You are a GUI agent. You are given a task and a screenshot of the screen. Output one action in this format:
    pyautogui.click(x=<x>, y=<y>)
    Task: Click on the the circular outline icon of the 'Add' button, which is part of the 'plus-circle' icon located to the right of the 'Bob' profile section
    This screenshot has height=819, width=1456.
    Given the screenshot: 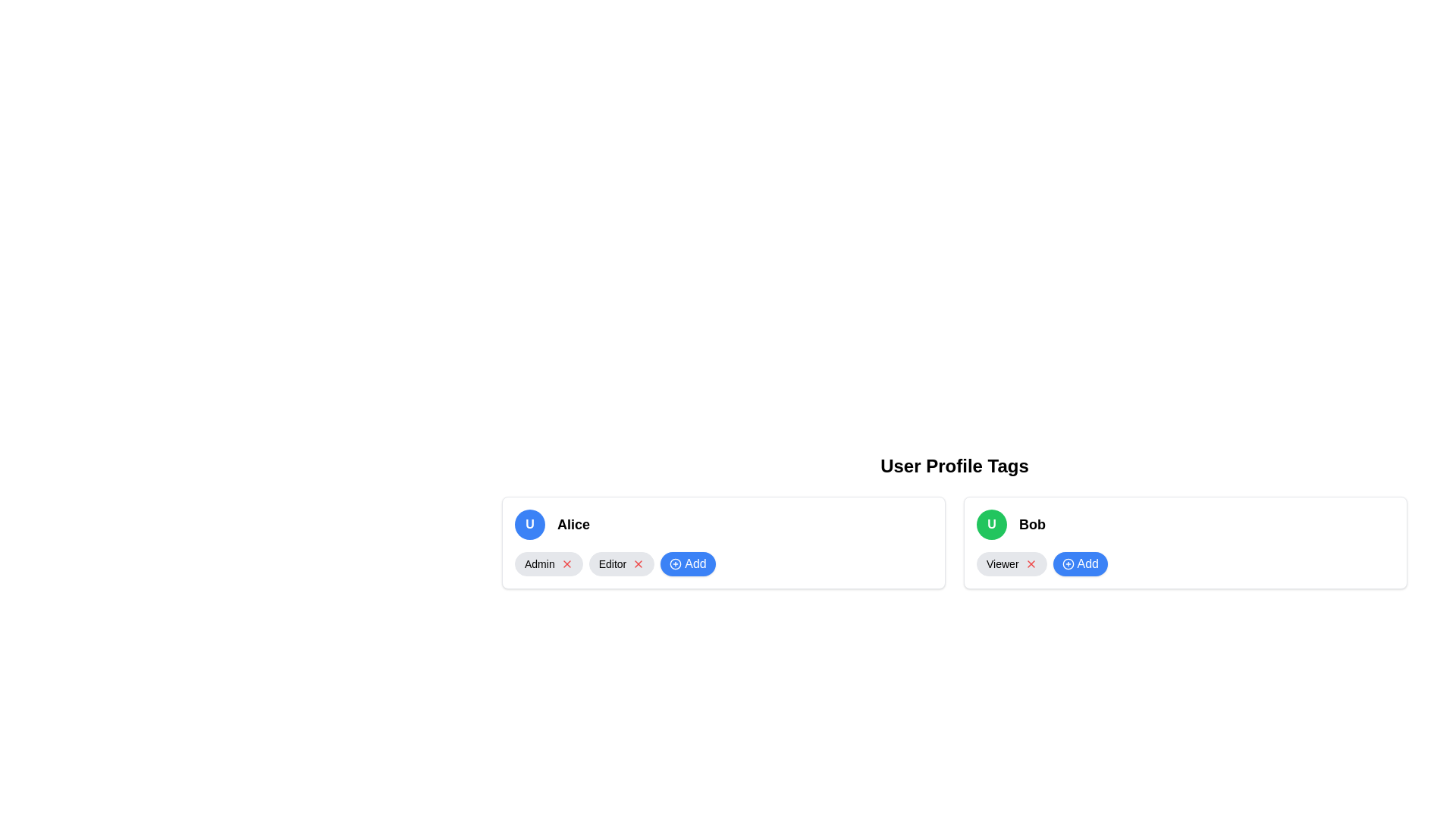 What is the action you would take?
    pyautogui.click(x=1067, y=564)
    